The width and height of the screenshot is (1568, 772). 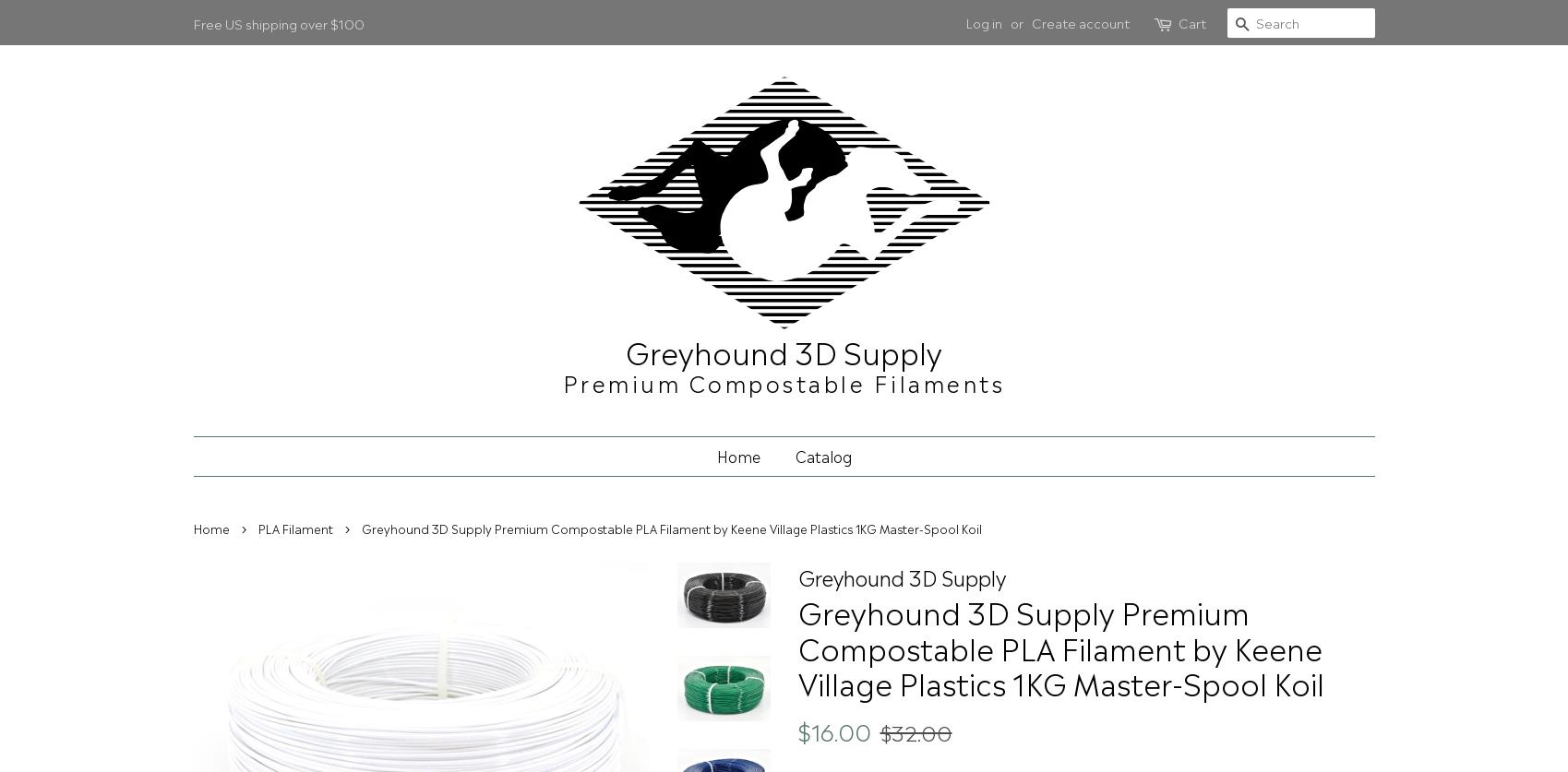 I want to click on 'PLA Filament', so click(x=293, y=527).